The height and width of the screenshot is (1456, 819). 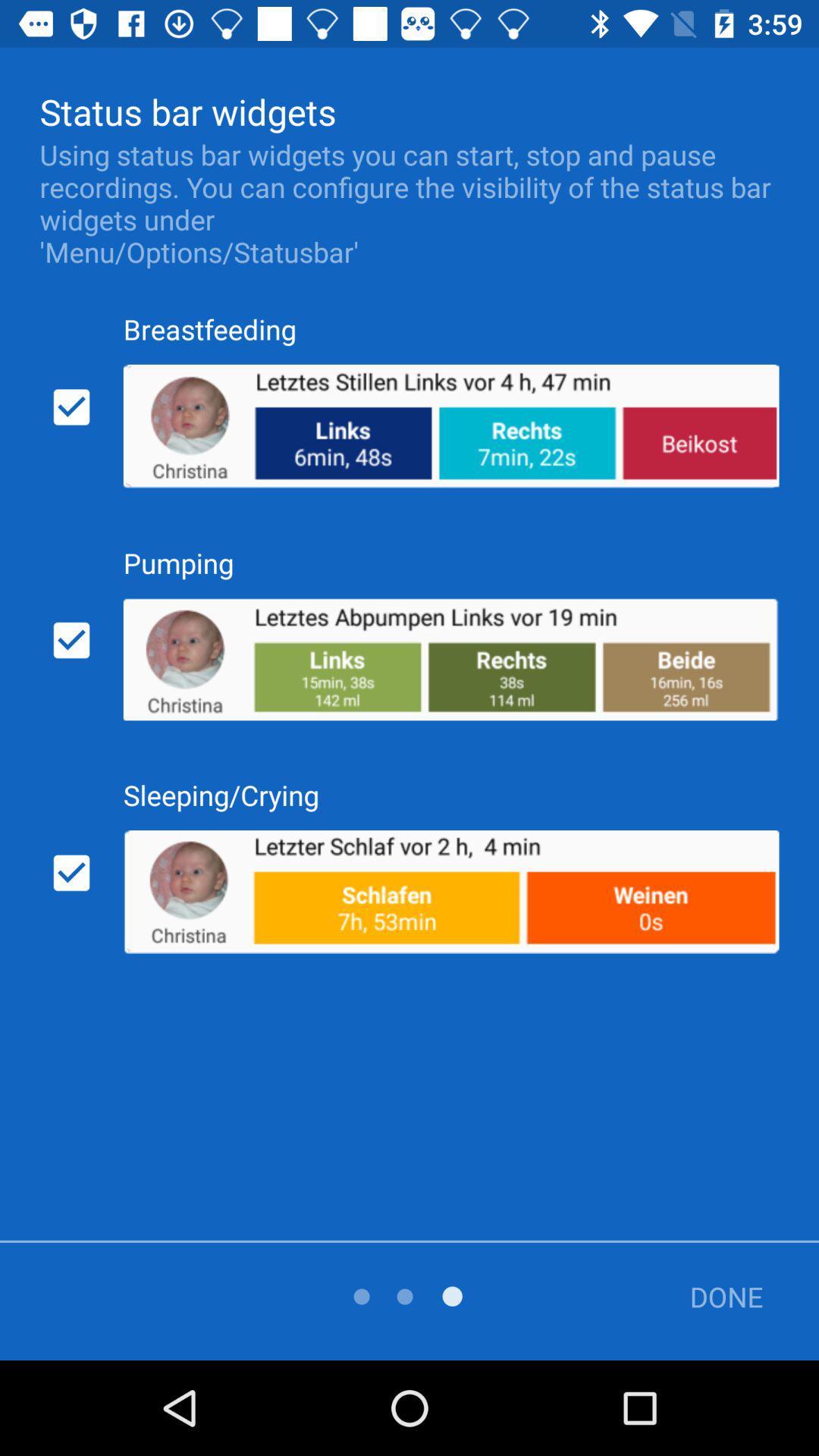 I want to click on done at the bottom right corner, so click(x=715, y=1295).